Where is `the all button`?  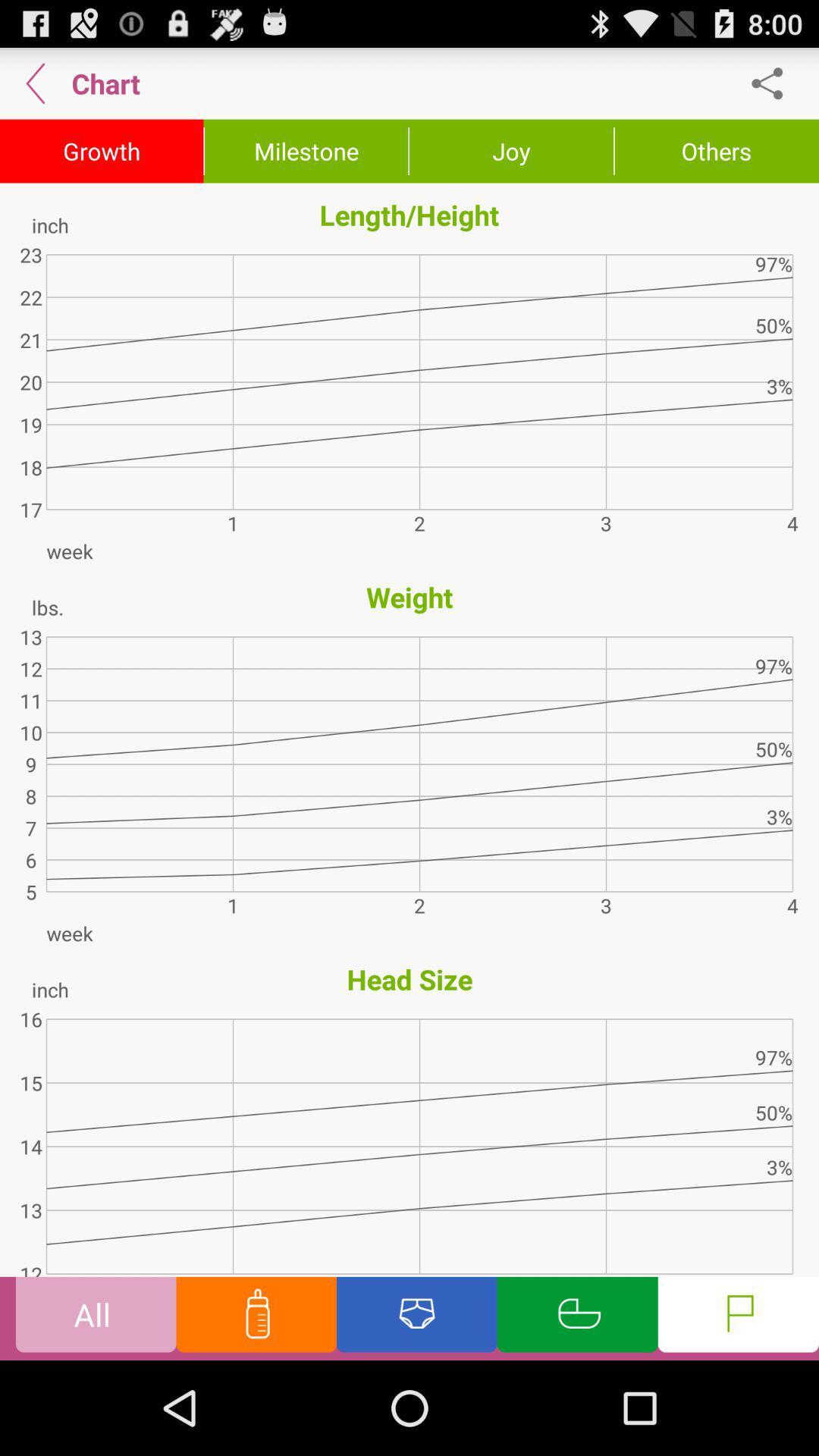
the all button is located at coordinates (96, 1317).